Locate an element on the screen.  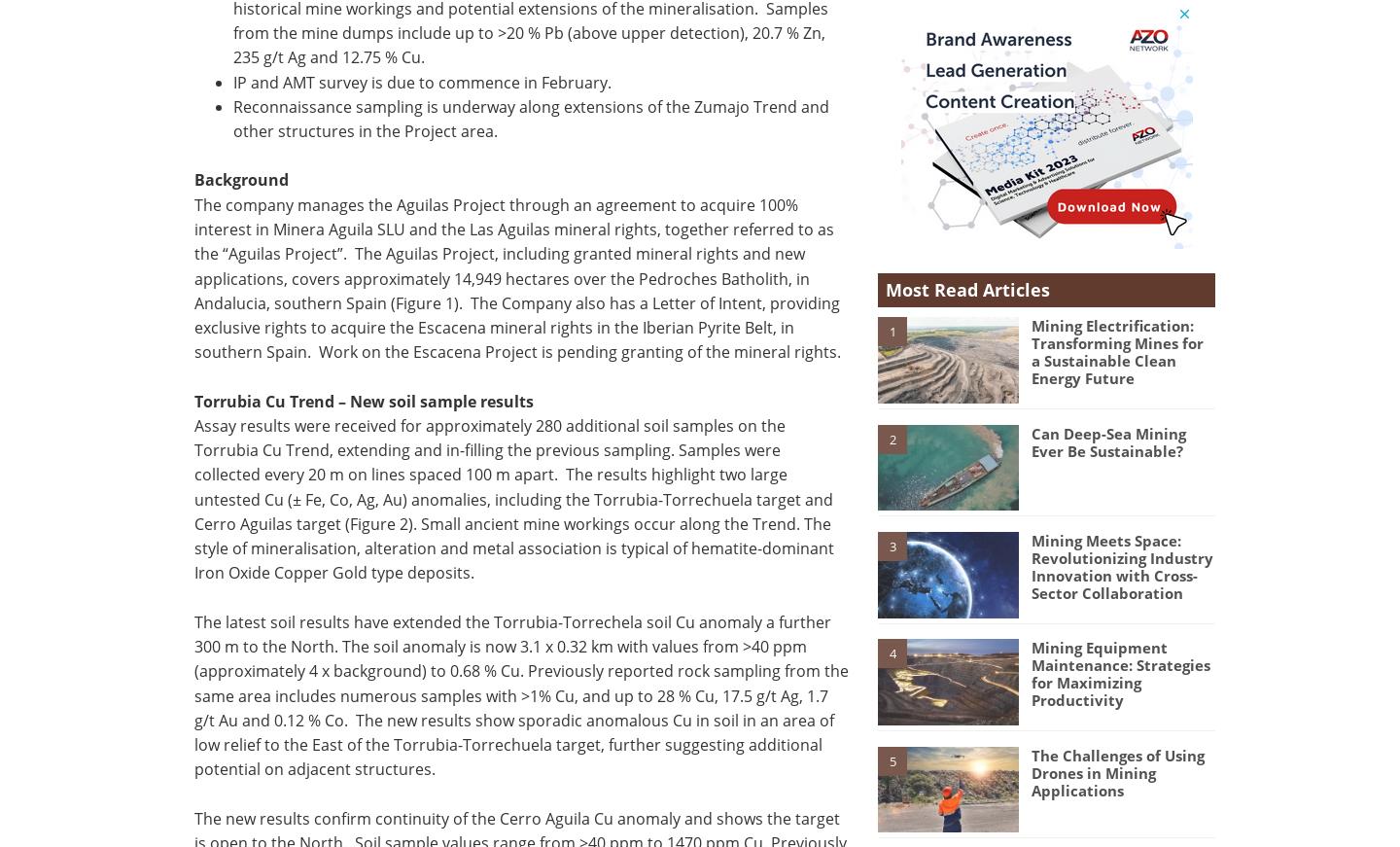
'Most Read Articles' is located at coordinates (966, 288).